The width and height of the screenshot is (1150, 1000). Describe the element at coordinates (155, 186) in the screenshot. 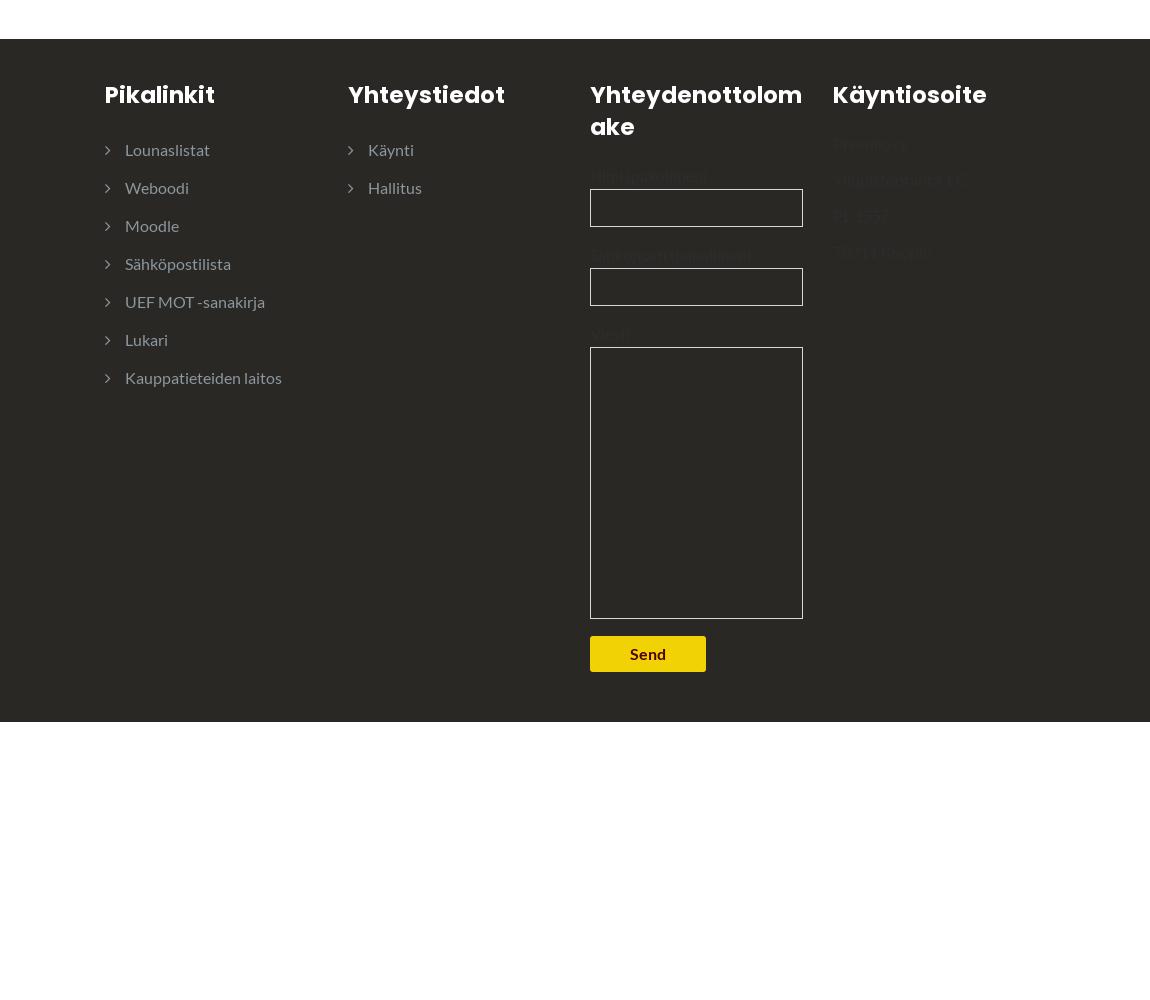

I see `'Weboodi'` at that location.